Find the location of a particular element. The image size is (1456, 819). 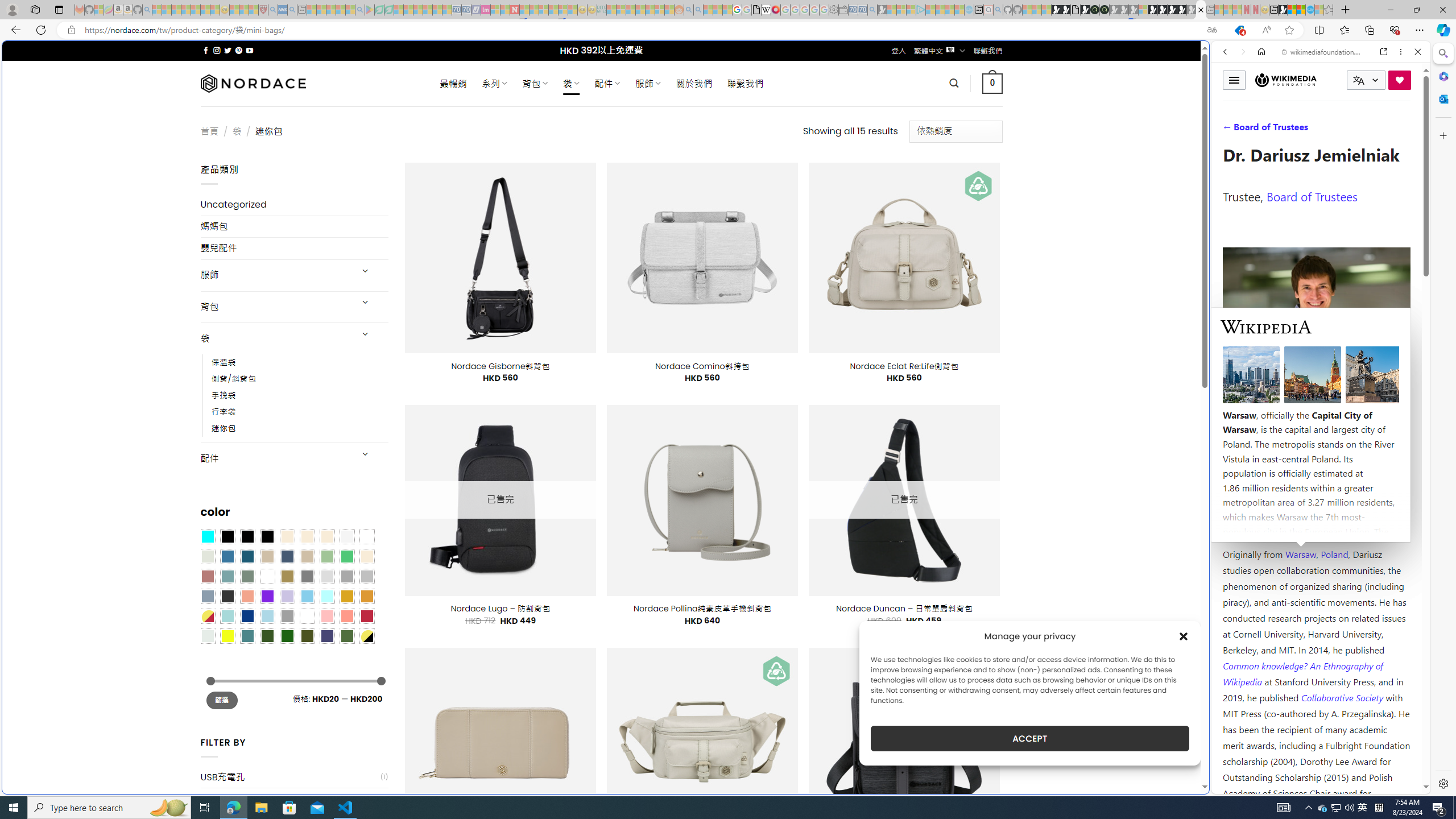

'Search the web' is located at coordinates (1326, 78).